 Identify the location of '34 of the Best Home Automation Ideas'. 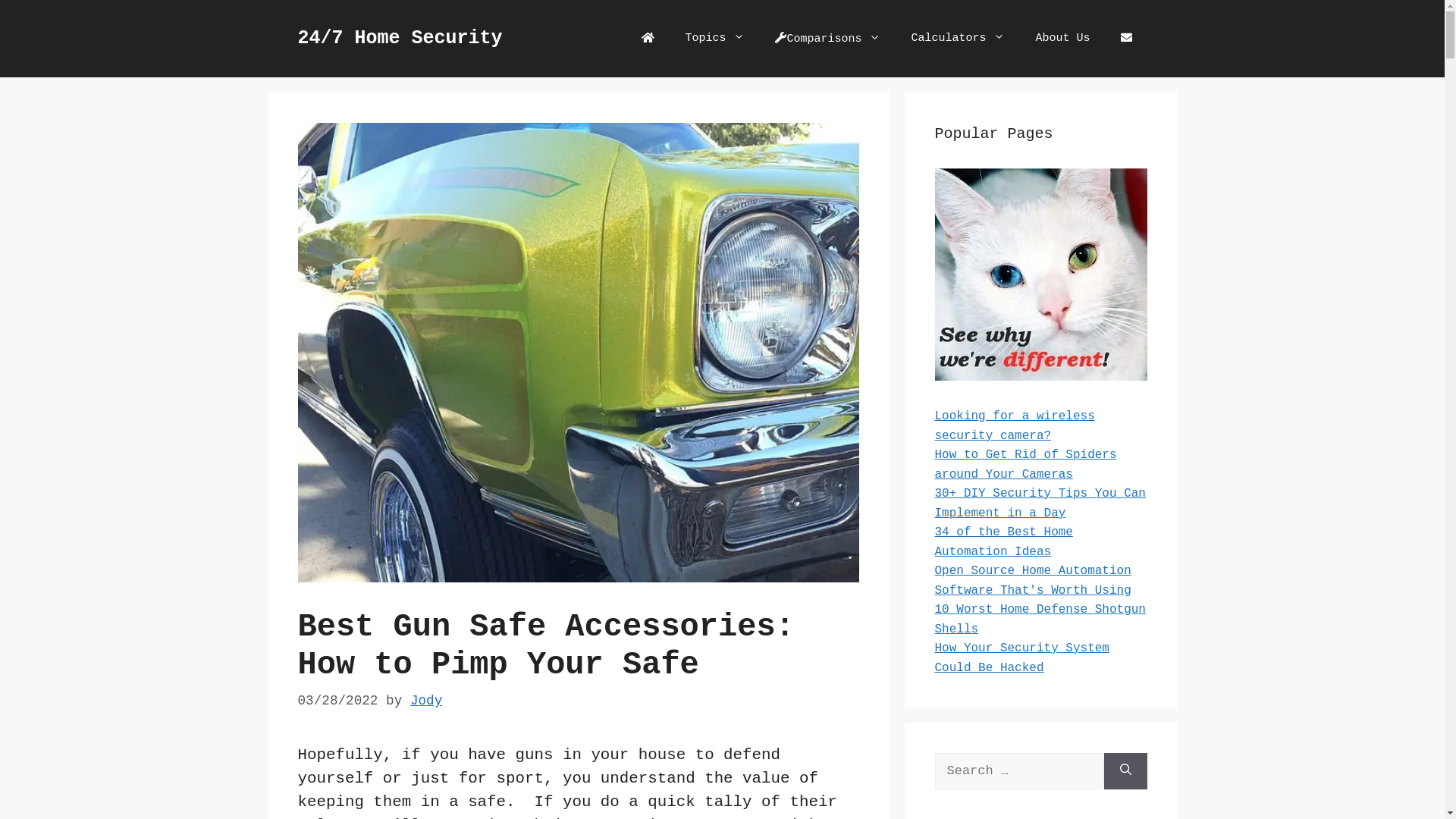
(1003, 541).